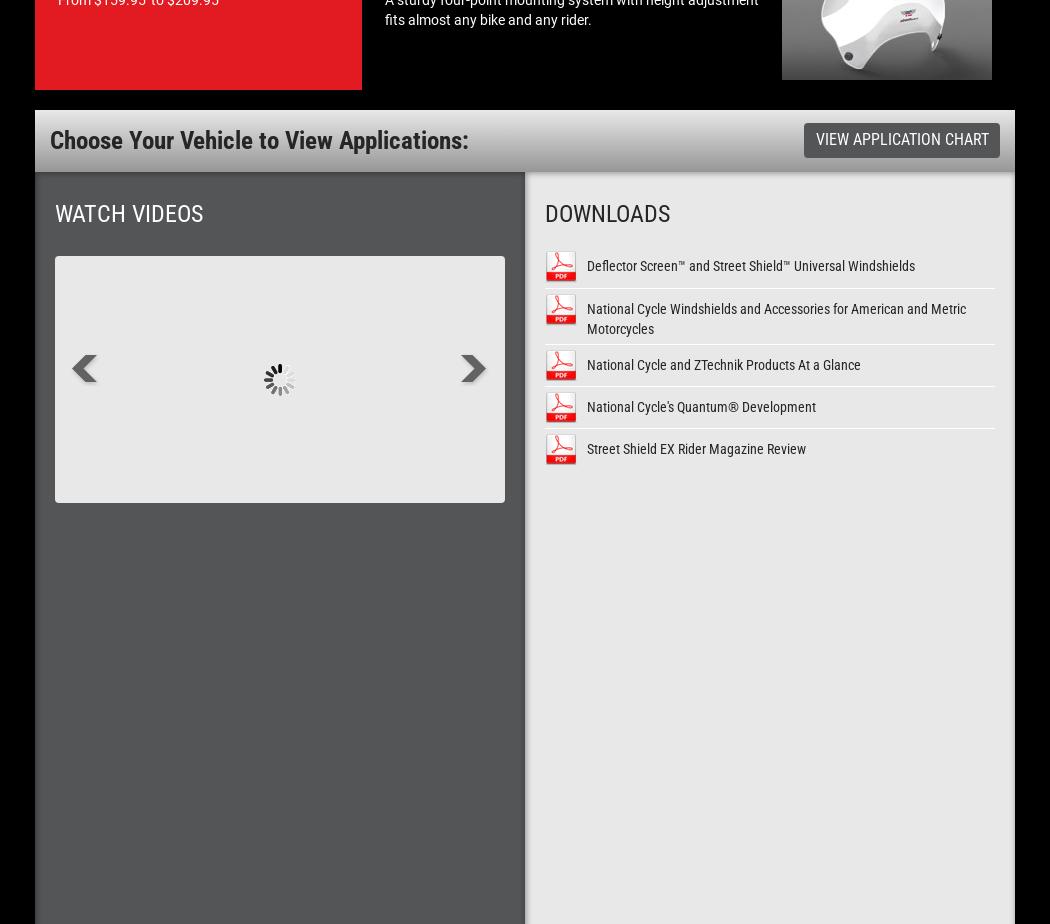  I want to click on 'Downloads', so click(607, 212).